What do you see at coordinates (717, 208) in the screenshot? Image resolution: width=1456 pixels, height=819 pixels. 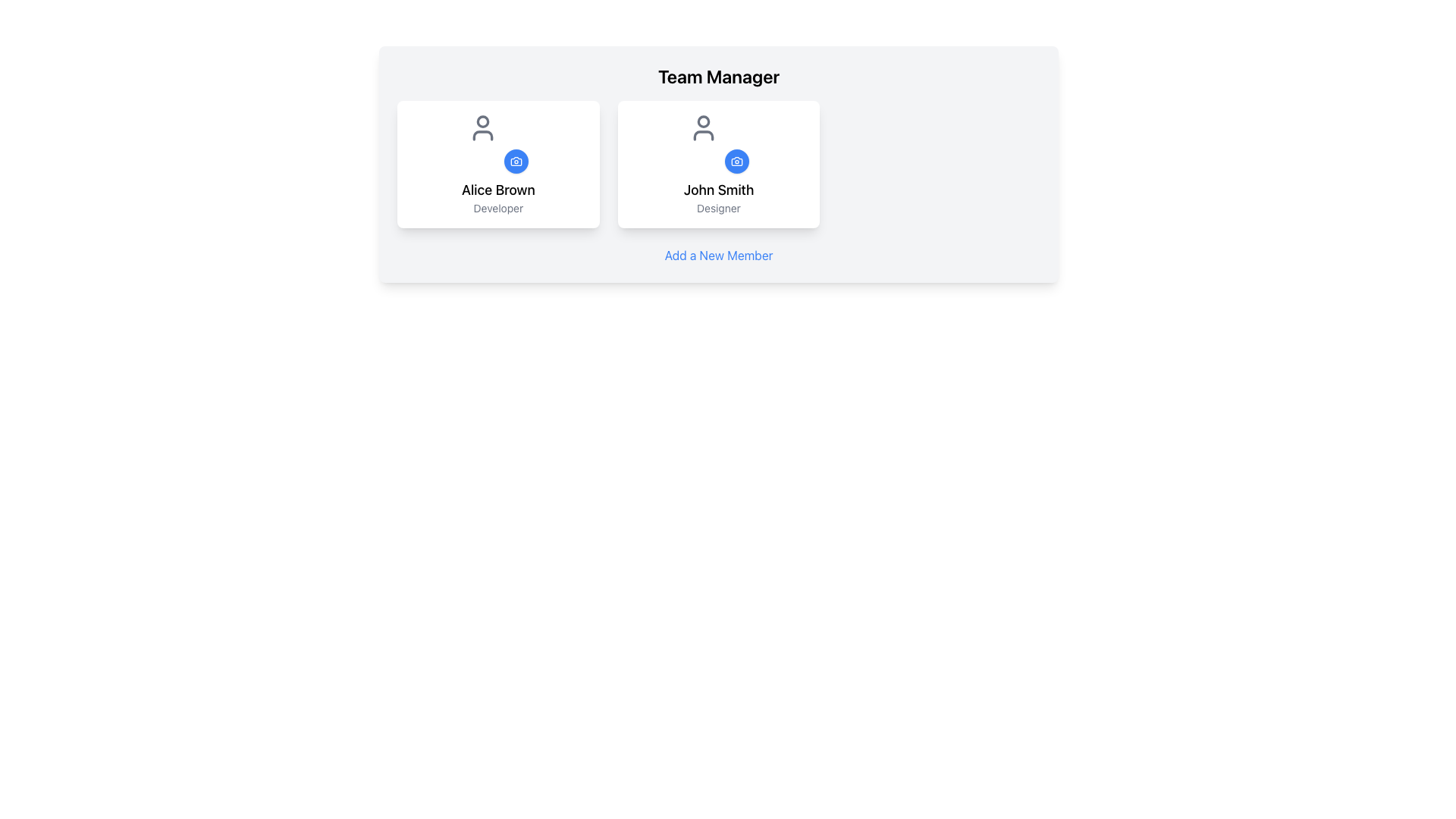 I see `the Text Label located directly below the name 'John Smith' in the user information card, positioned at the center horizontally within the card` at bounding box center [717, 208].